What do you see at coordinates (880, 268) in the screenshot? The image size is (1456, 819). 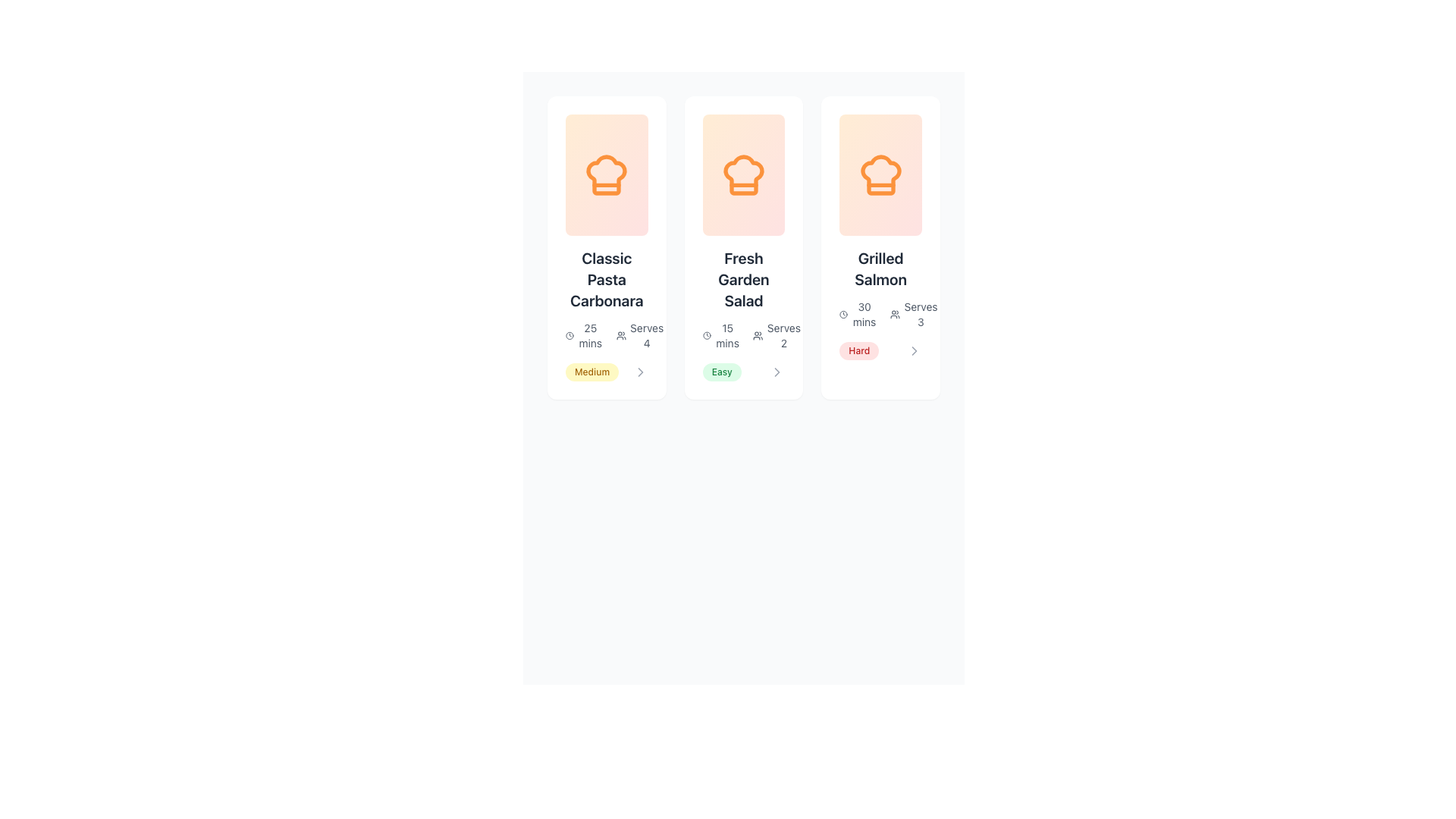 I see `the 'Grilled Salmon' text label styled with bold and large font, located in the upper-mid section of the third card, below an orange chef's hat icon` at bounding box center [880, 268].